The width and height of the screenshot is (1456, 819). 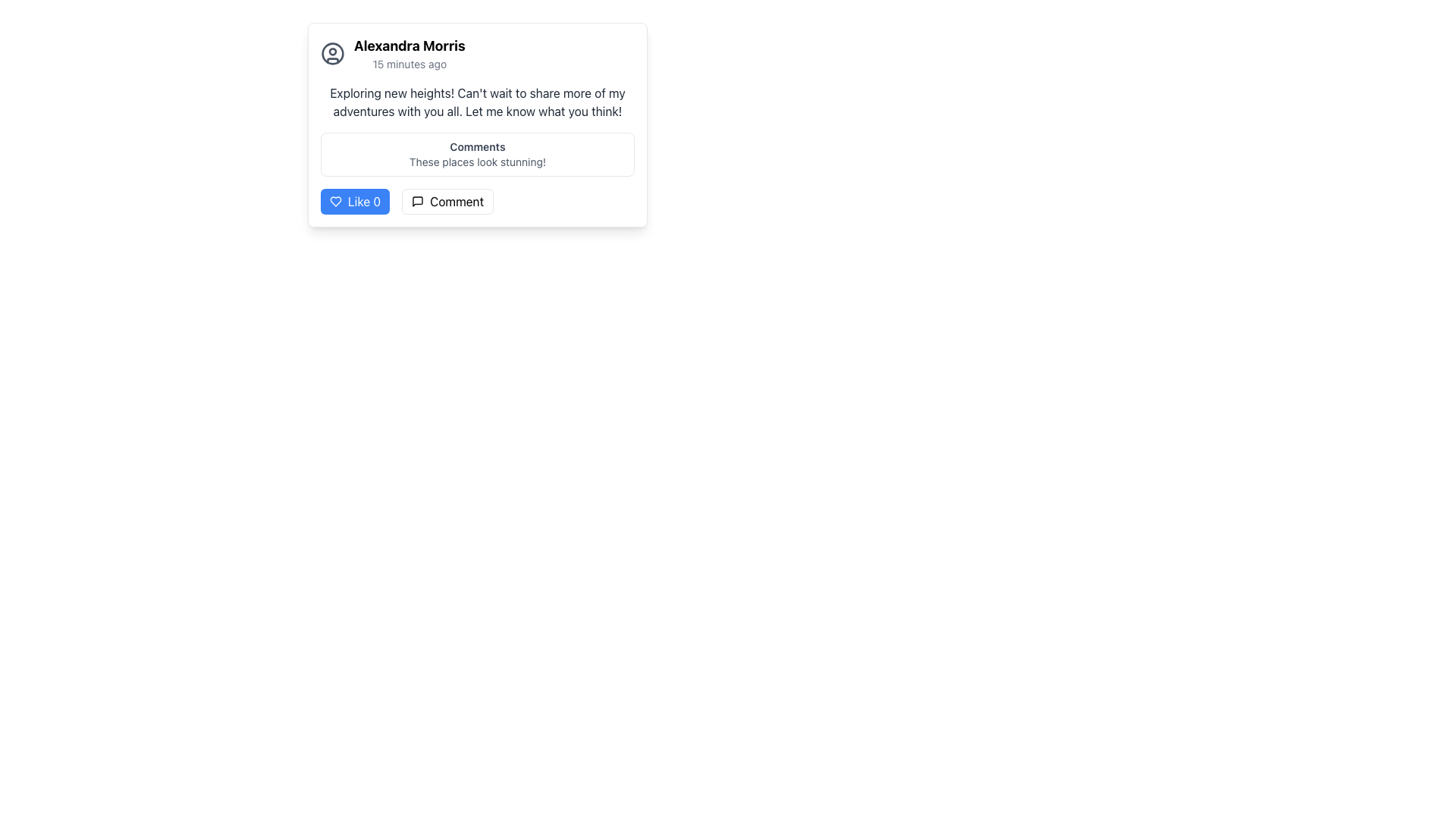 I want to click on the 'Like 0' button located on the right side of the blue button beneath the user post interface to interact with it, so click(x=364, y=201).